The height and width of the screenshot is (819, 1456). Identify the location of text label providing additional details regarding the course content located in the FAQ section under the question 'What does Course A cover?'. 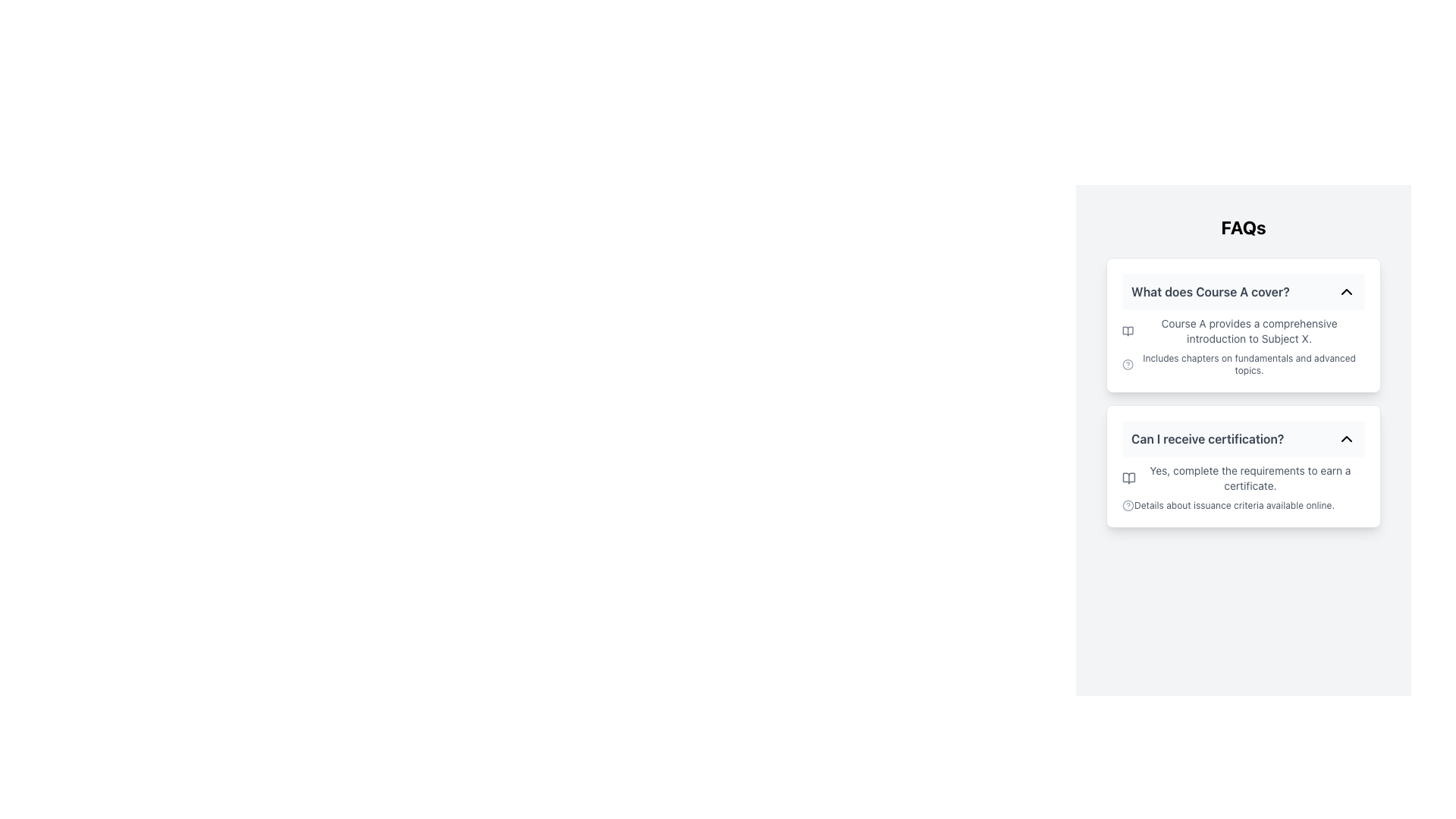
(1244, 365).